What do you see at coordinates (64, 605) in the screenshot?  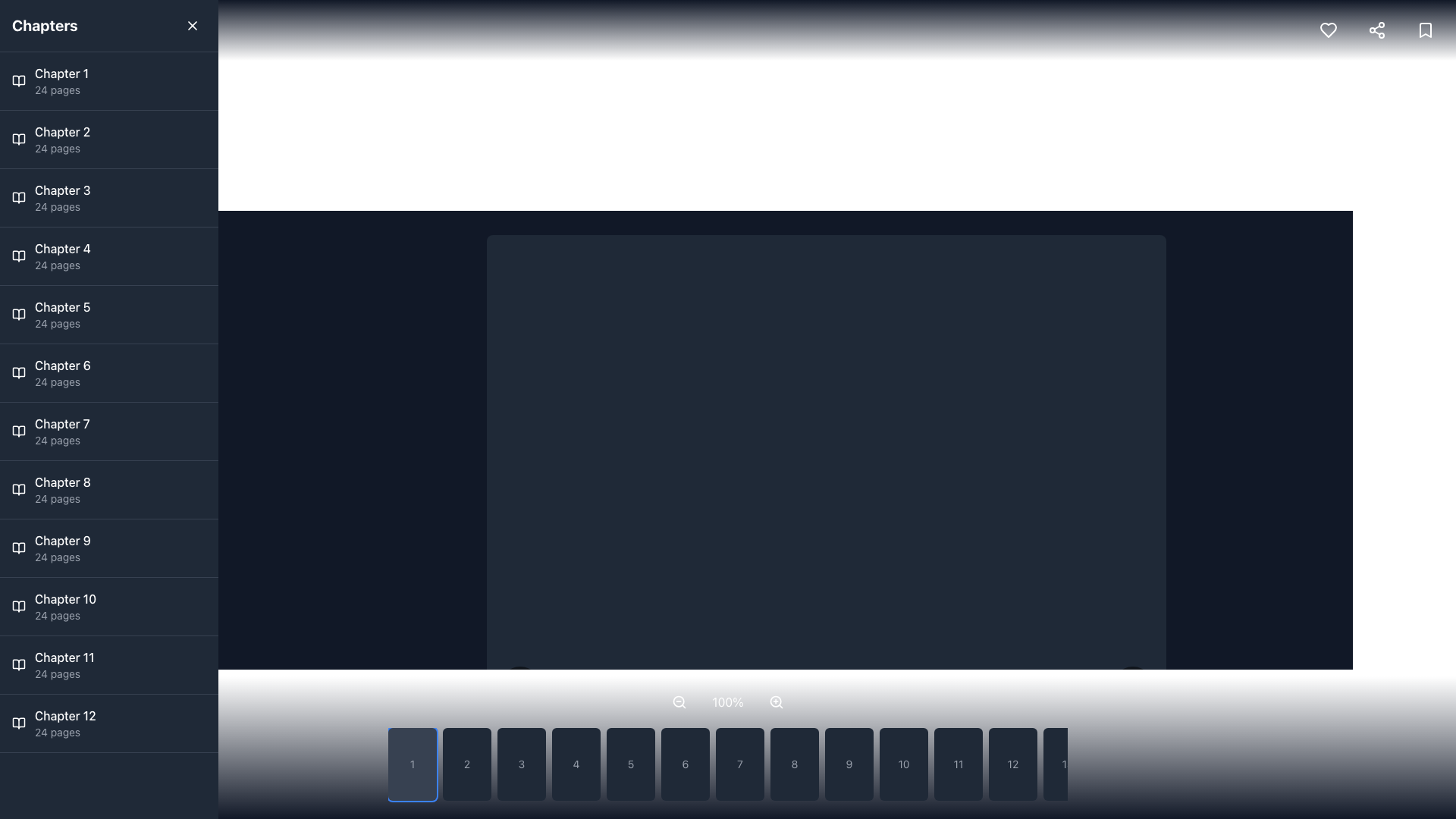 I see `the Chapter 10 list item element` at bounding box center [64, 605].